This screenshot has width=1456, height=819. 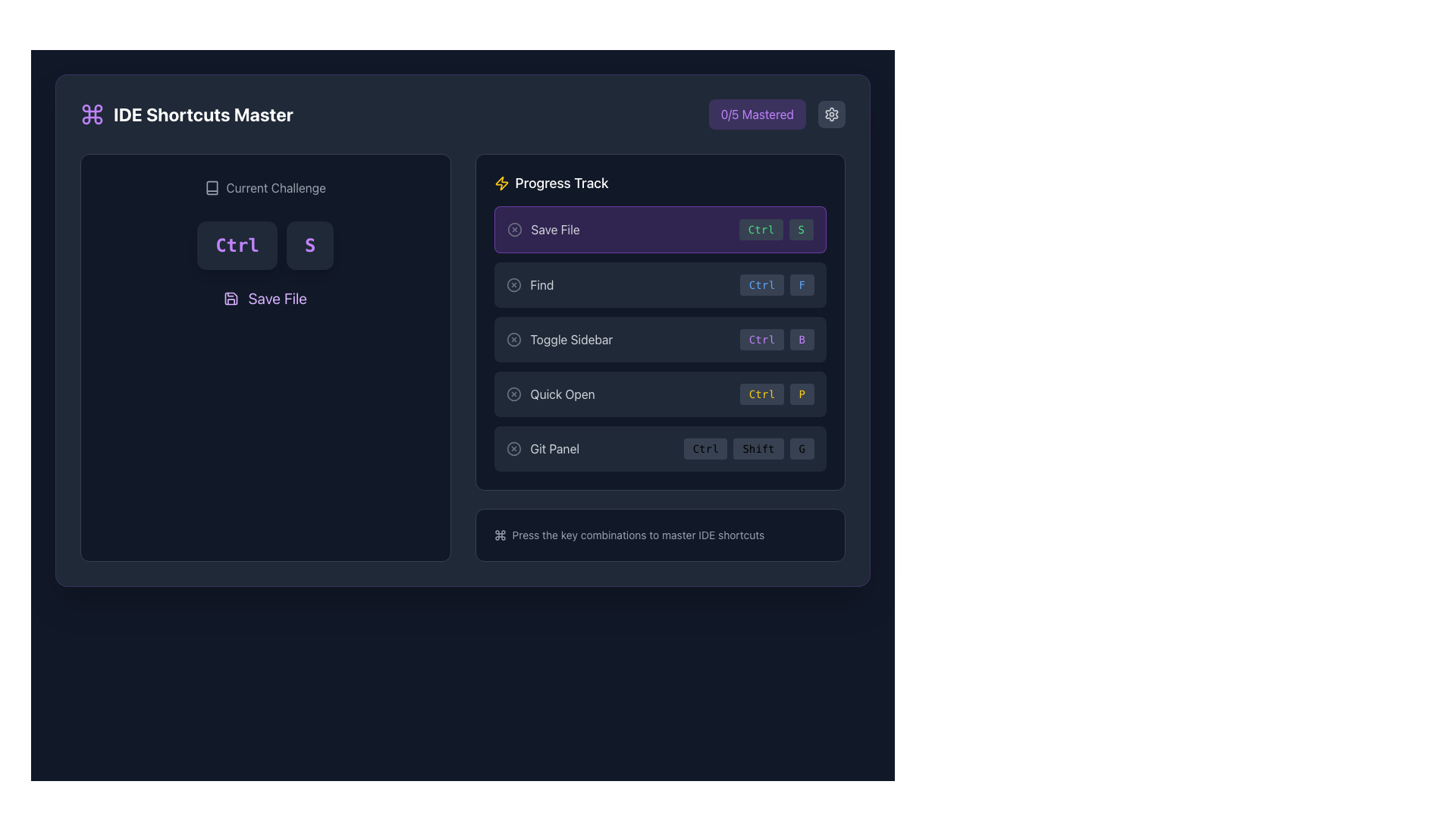 I want to click on the 'Ctrl' key text label, which indicates part of the keyboard shortcut for 'Toggle Sidebar' in the 'Progress Track' section, so click(x=761, y=338).